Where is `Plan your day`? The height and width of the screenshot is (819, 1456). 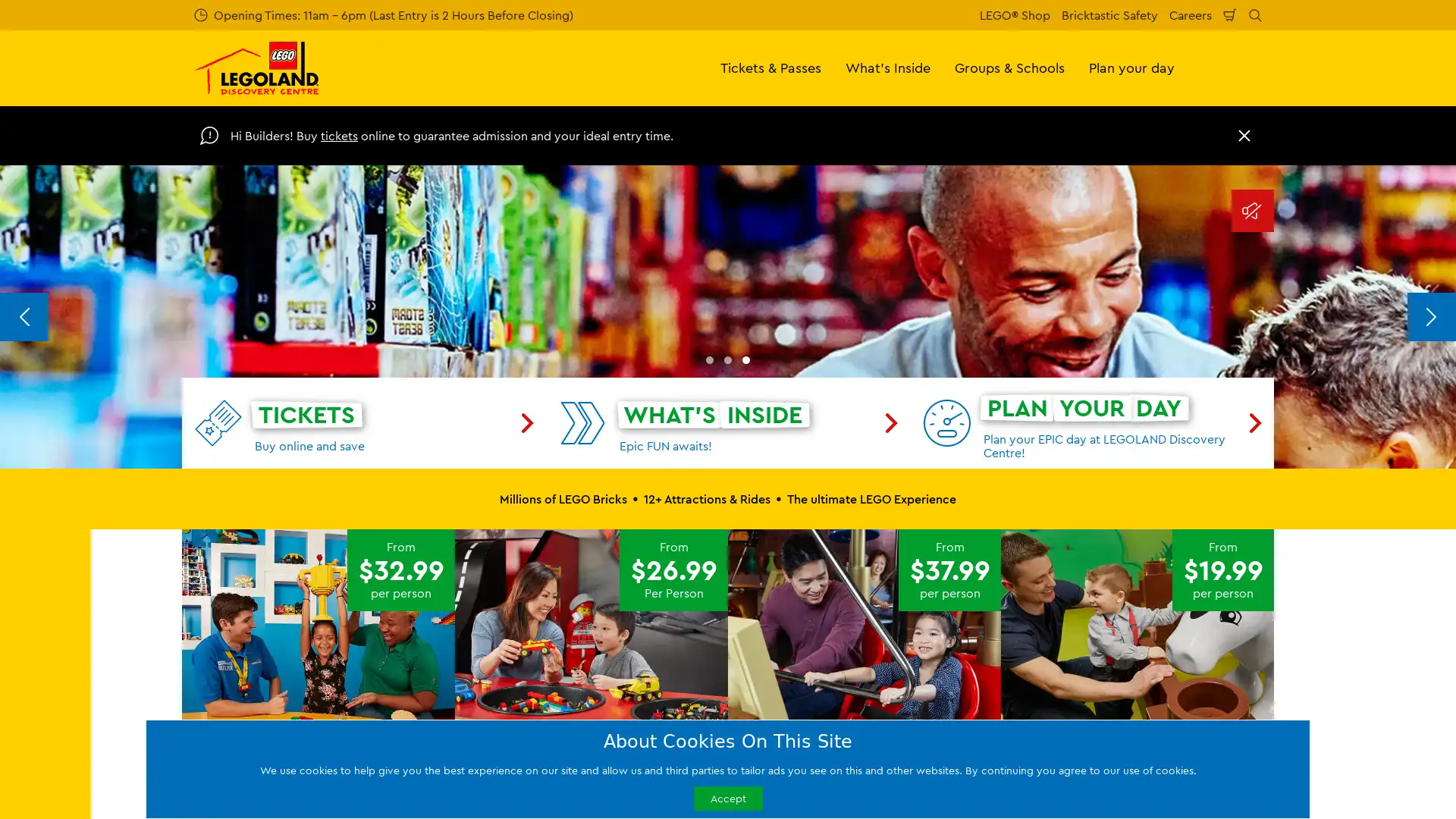 Plan your day is located at coordinates (1131, 67).